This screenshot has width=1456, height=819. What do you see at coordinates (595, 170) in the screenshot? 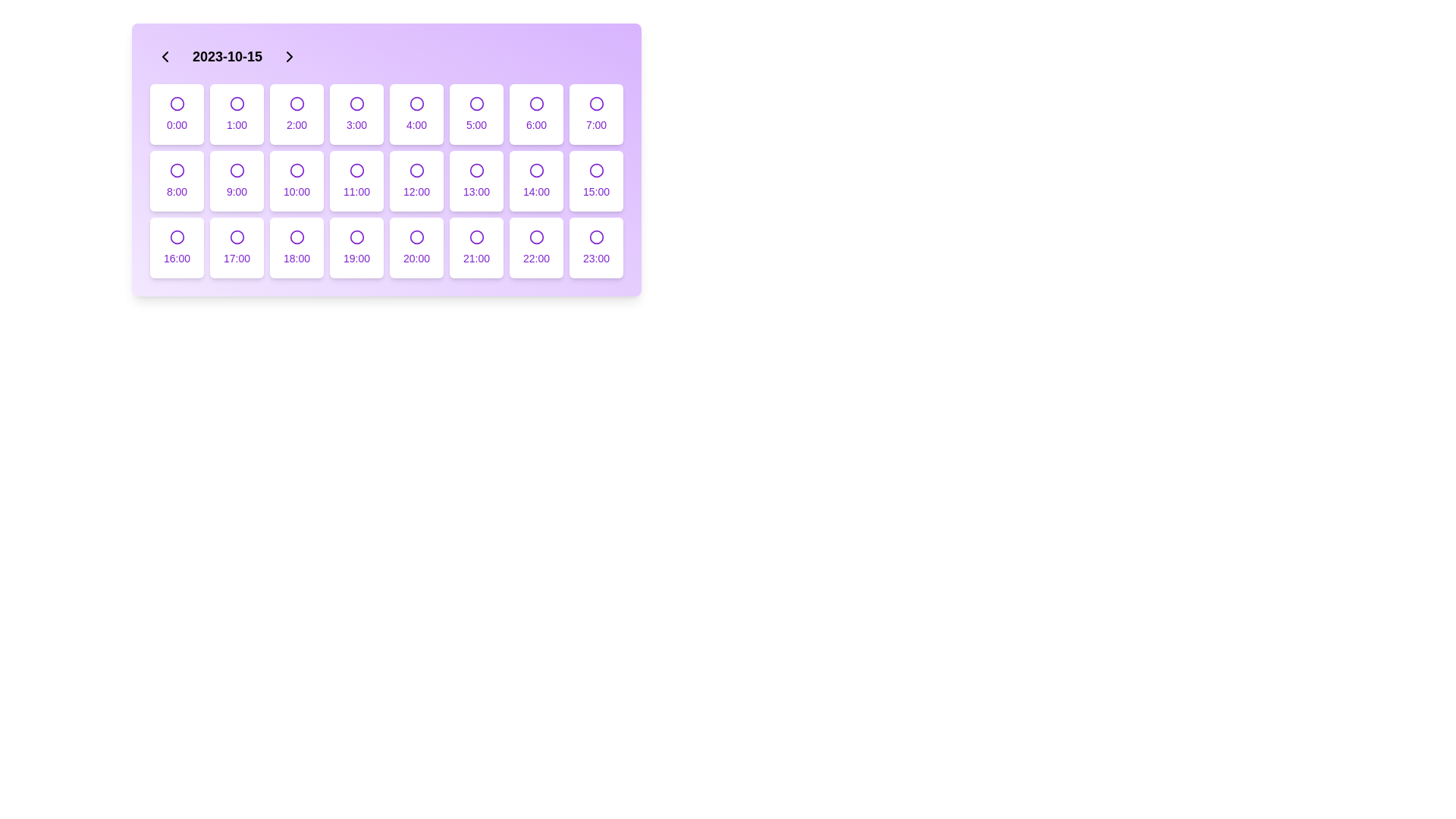
I see `the circular Indicator icon located inside the button labeled '15:00' in the fourth column of the third row of the grid` at bounding box center [595, 170].